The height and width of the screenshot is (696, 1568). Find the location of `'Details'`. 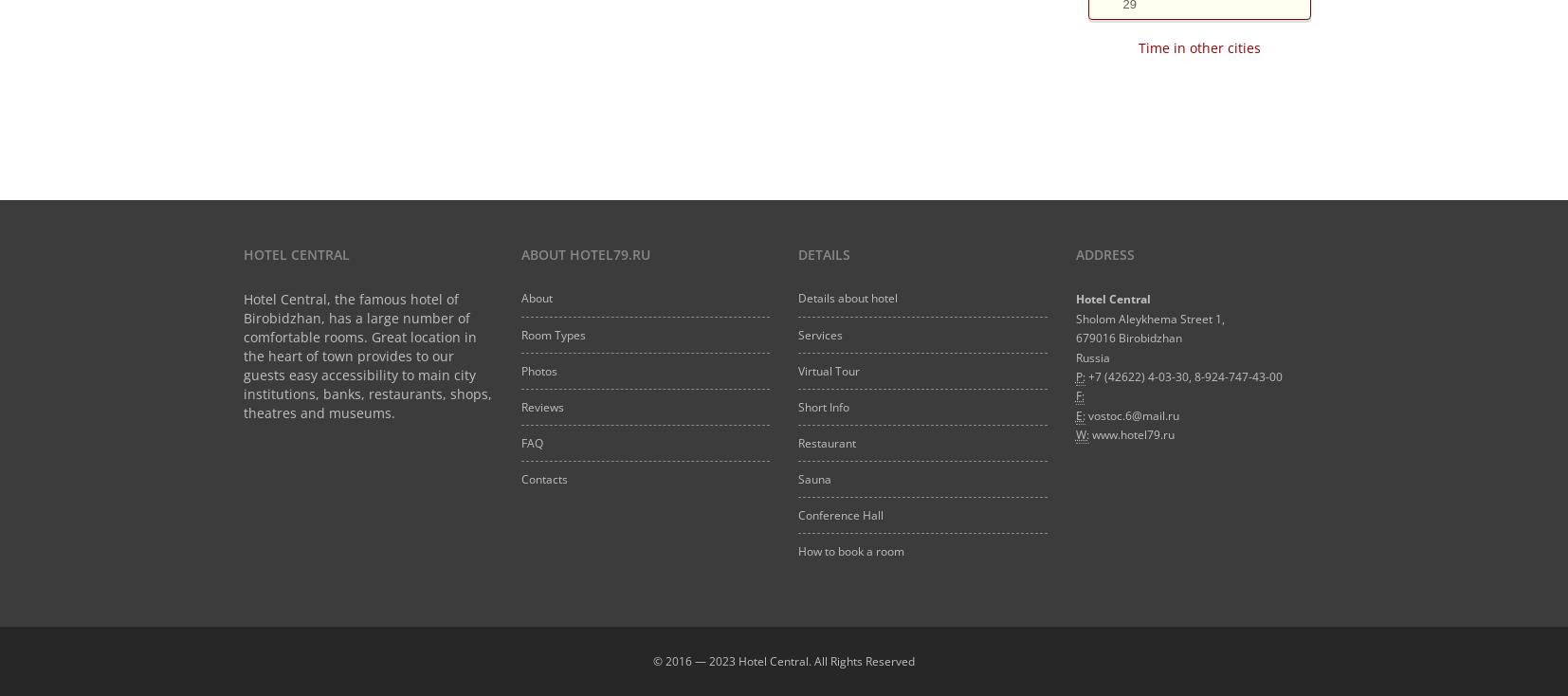

'Details' is located at coordinates (797, 253).